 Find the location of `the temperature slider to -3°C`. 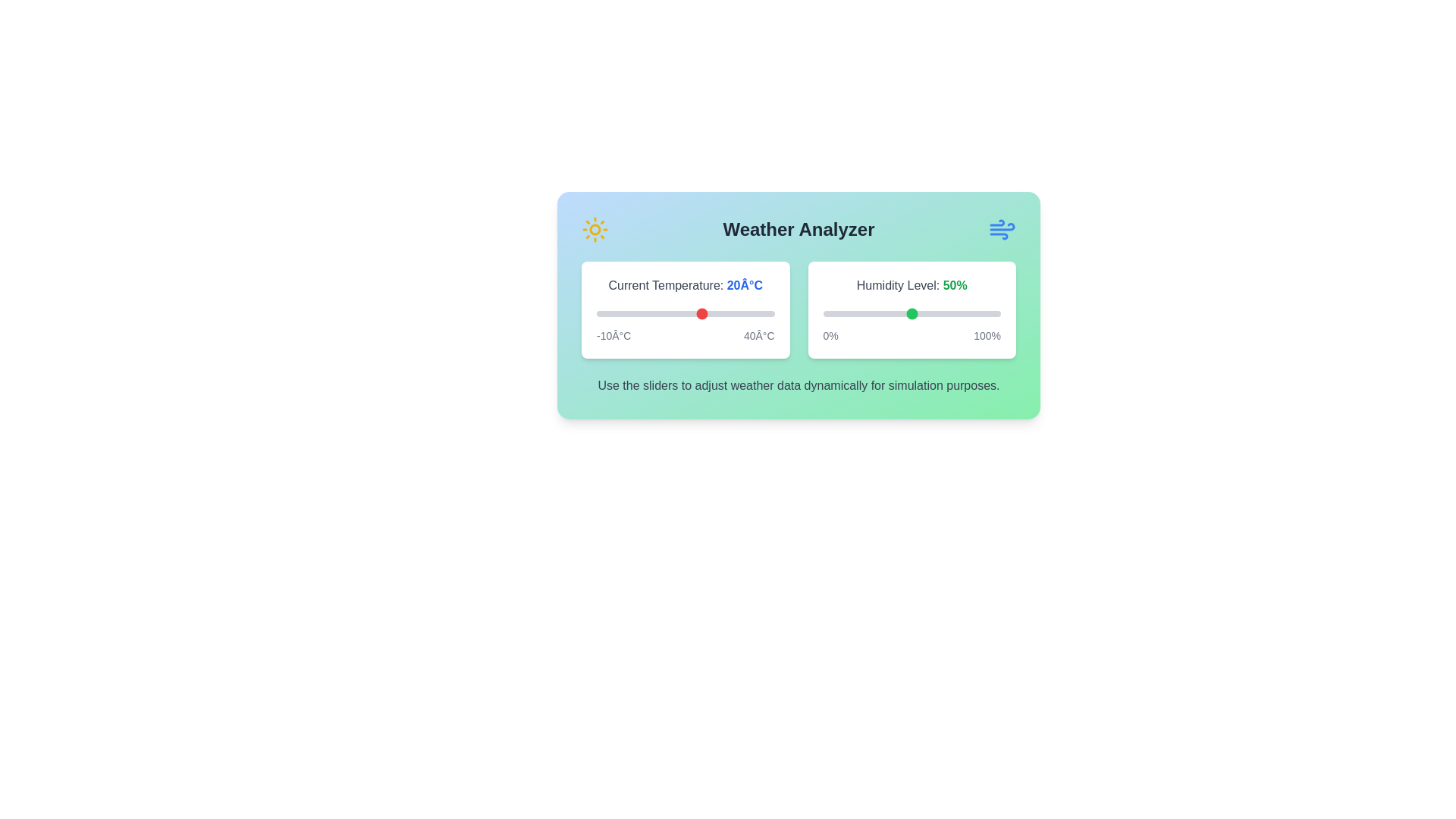

the temperature slider to -3°C is located at coordinates (621, 312).